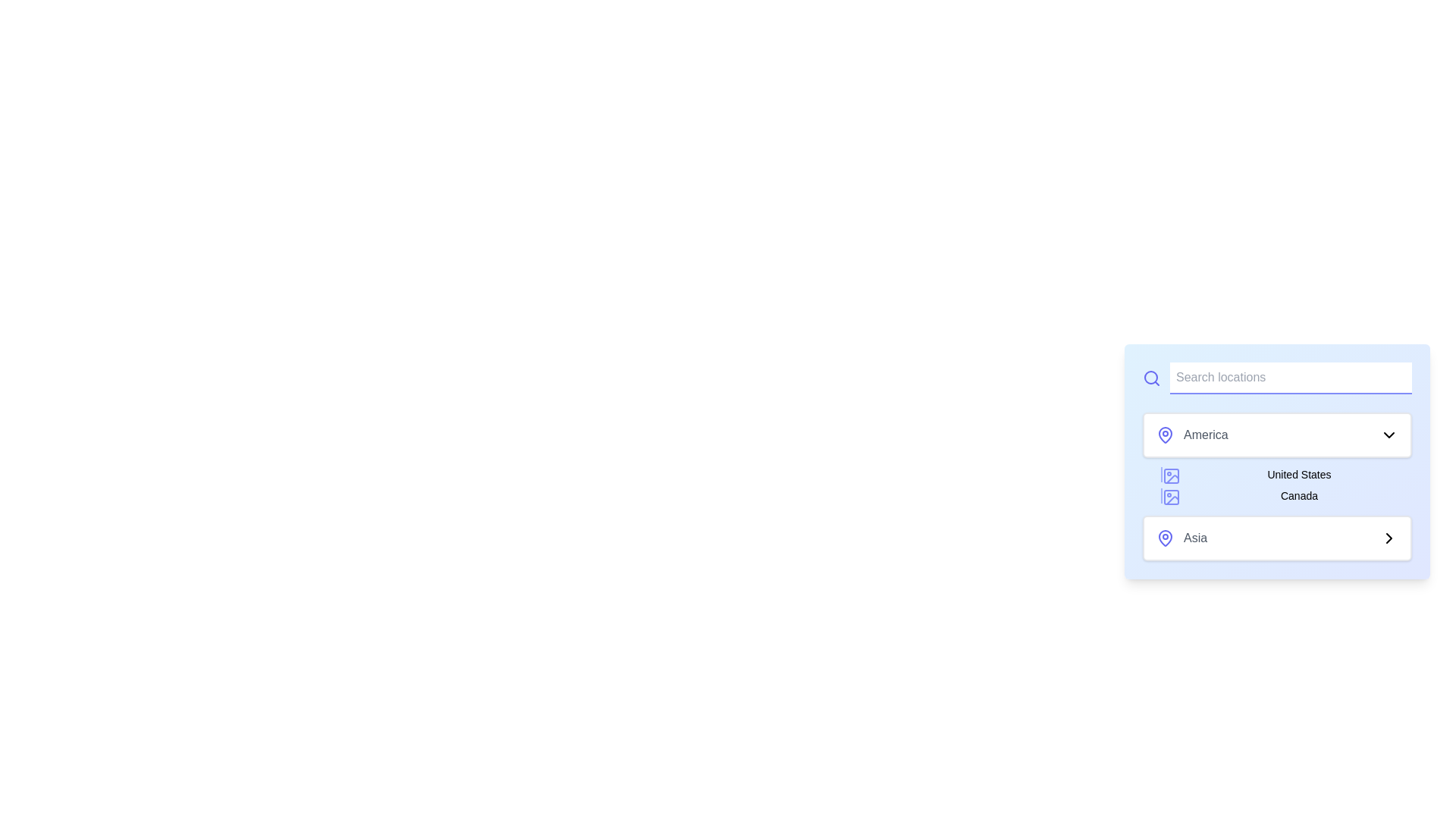 Image resolution: width=1456 pixels, height=819 pixels. Describe the element at coordinates (1389, 537) in the screenshot. I see `the SVG graphical arrow element located to the far right of the 'Asia' entry` at that location.